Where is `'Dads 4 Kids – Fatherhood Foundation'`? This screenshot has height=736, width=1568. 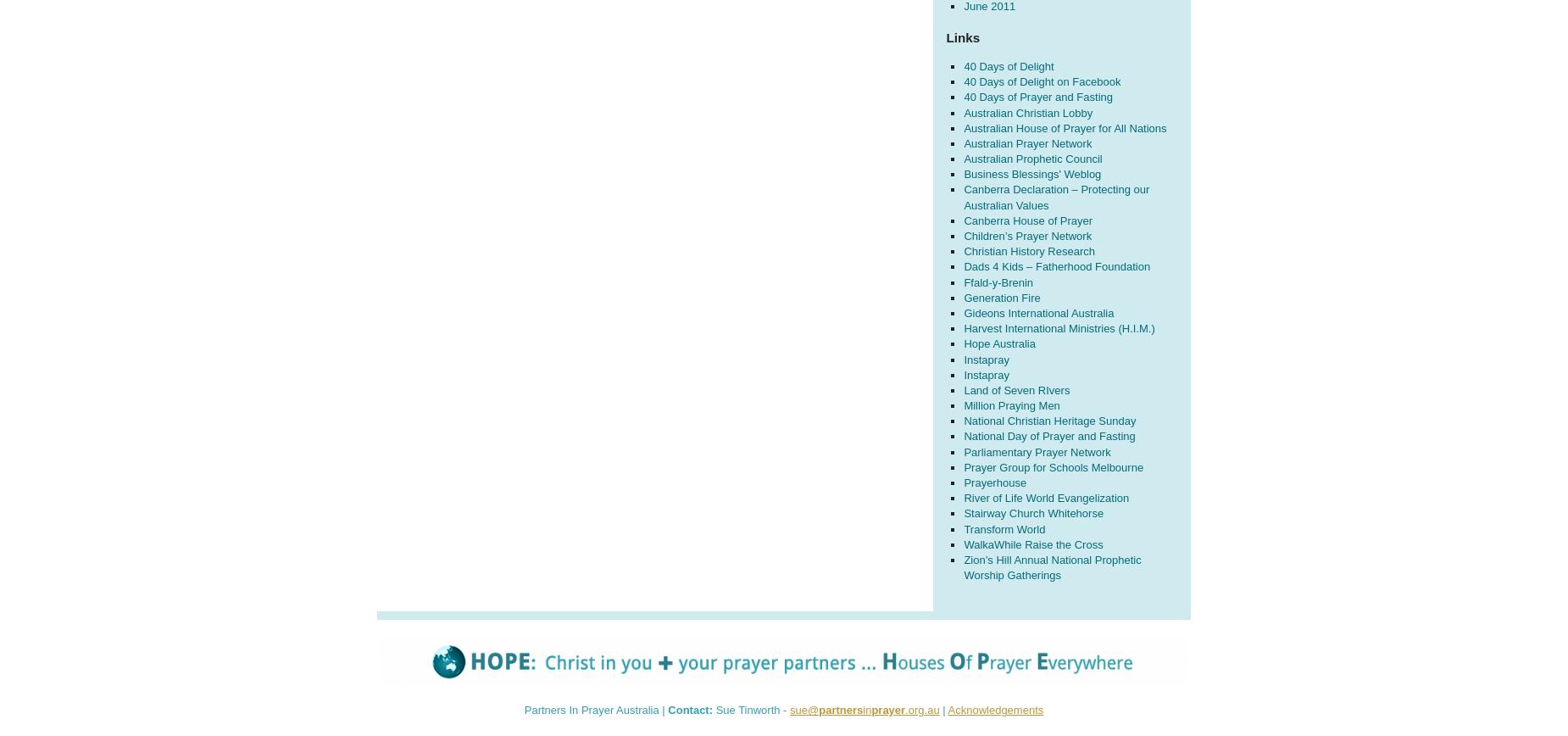 'Dads 4 Kids – Fatherhood Foundation' is located at coordinates (1056, 266).